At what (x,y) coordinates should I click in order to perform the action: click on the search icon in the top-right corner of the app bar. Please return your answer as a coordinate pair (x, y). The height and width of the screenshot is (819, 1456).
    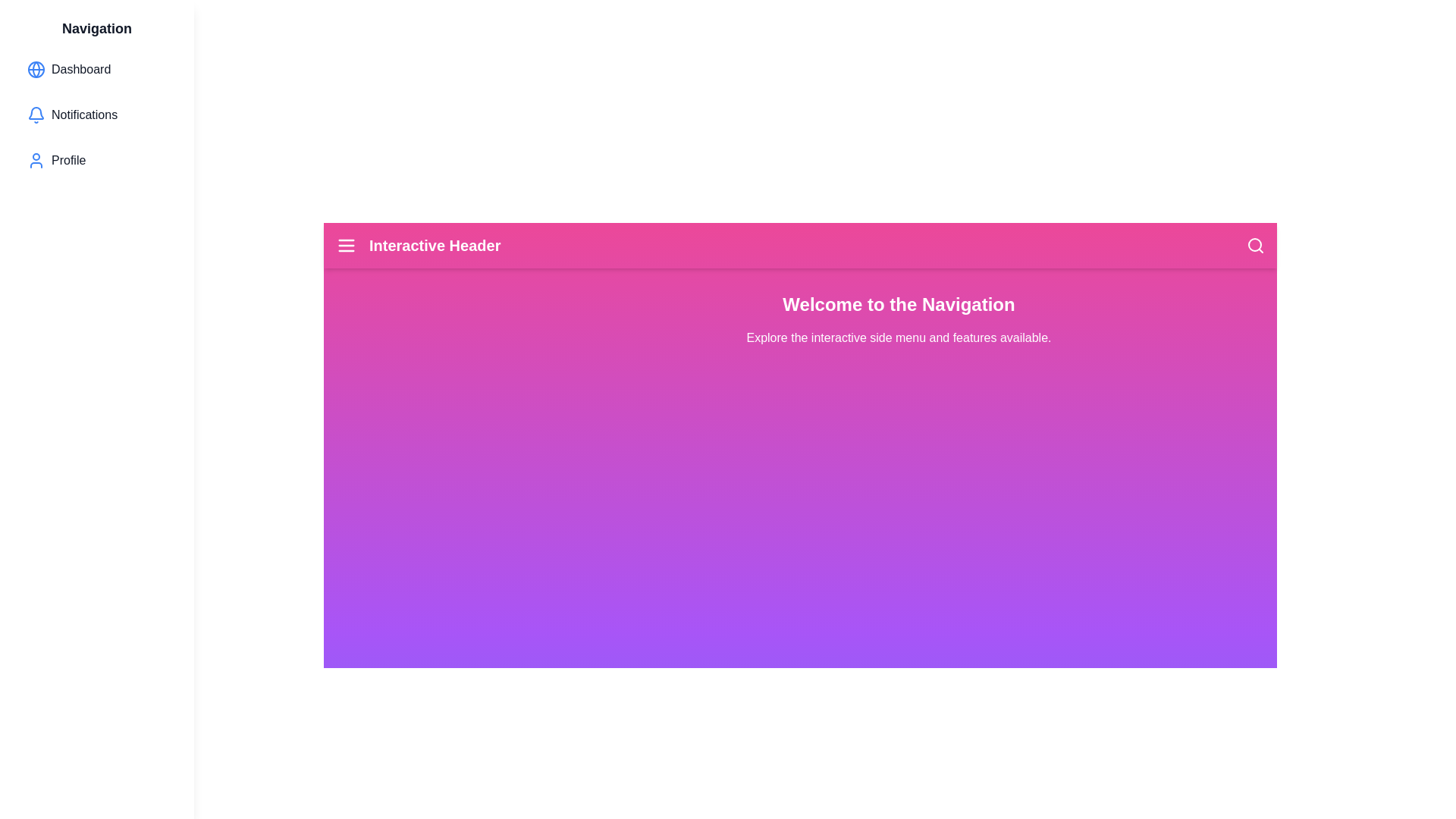
    Looking at the image, I should click on (1256, 245).